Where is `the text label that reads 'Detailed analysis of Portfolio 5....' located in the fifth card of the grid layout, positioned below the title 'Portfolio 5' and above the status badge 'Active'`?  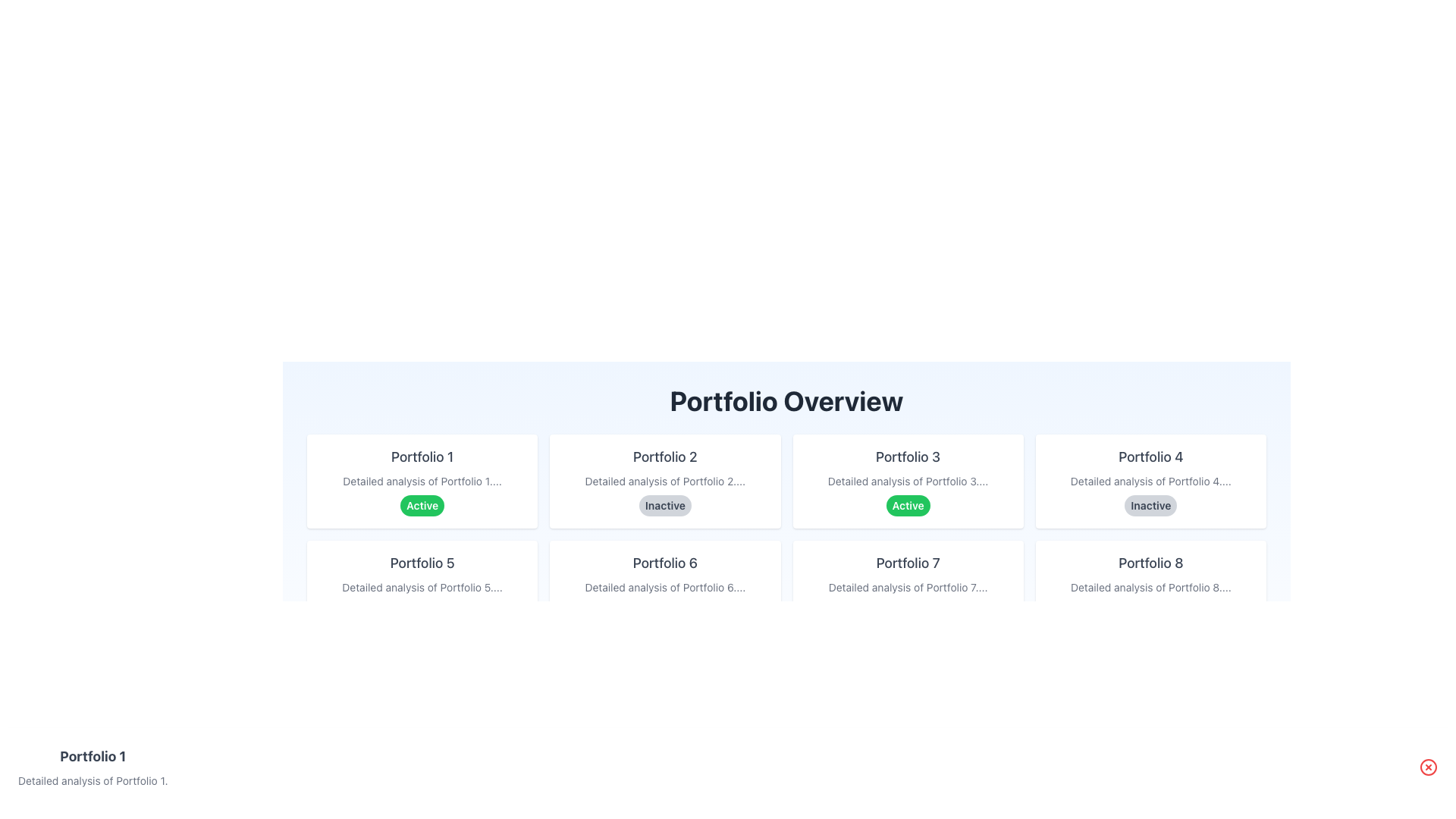 the text label that reads 'Detailed analysis of Portfolio 5....' located in the fifth card of the grid layout, positioned below the title 'Portfolio 5' and above the status badge 'Active' is located at coordinates (422, 587).